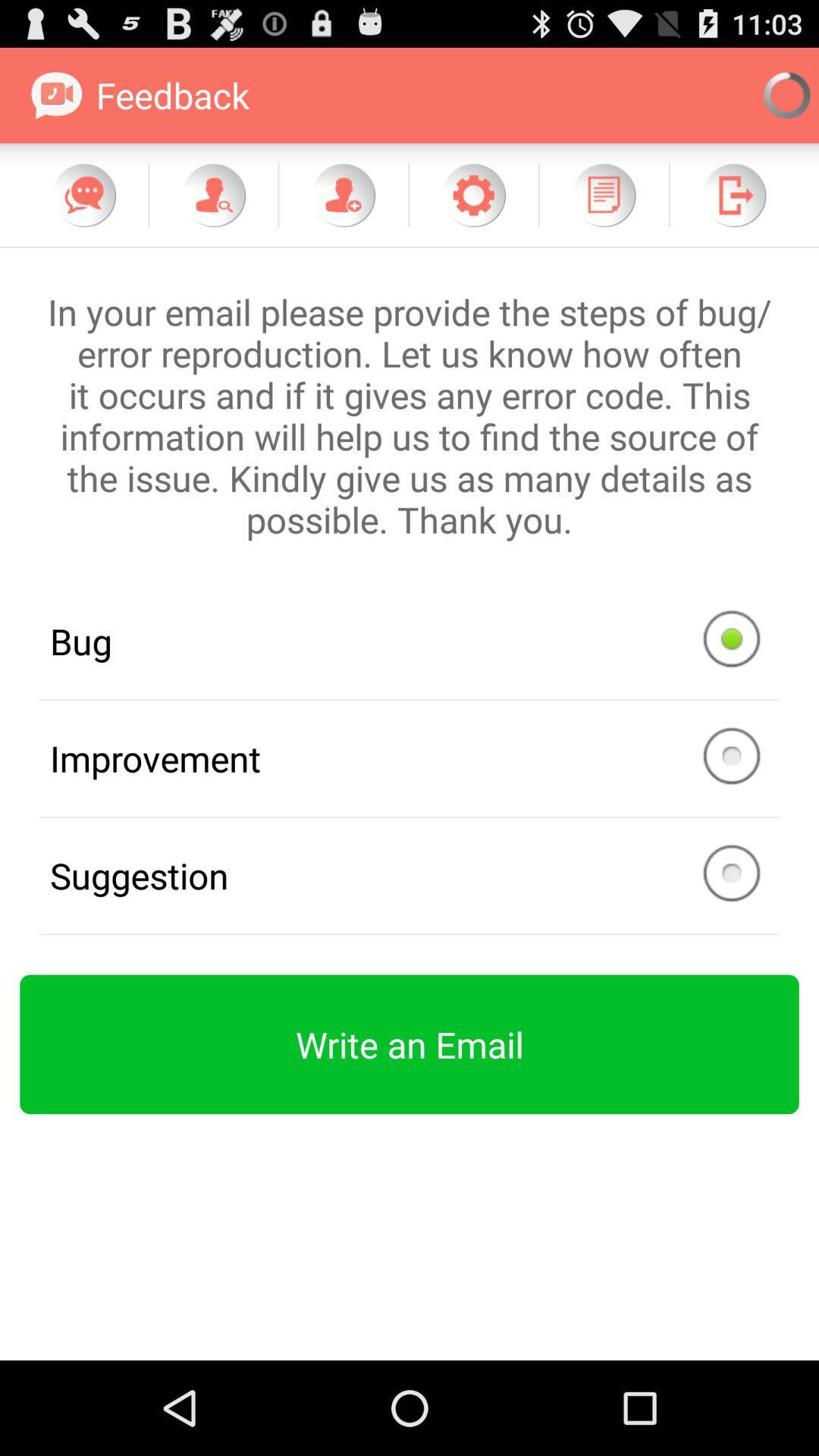 Image resolution: width=819 pixels, height=1456 pixels. I want to click on item below the suggestion icon, so click(409, 1043).